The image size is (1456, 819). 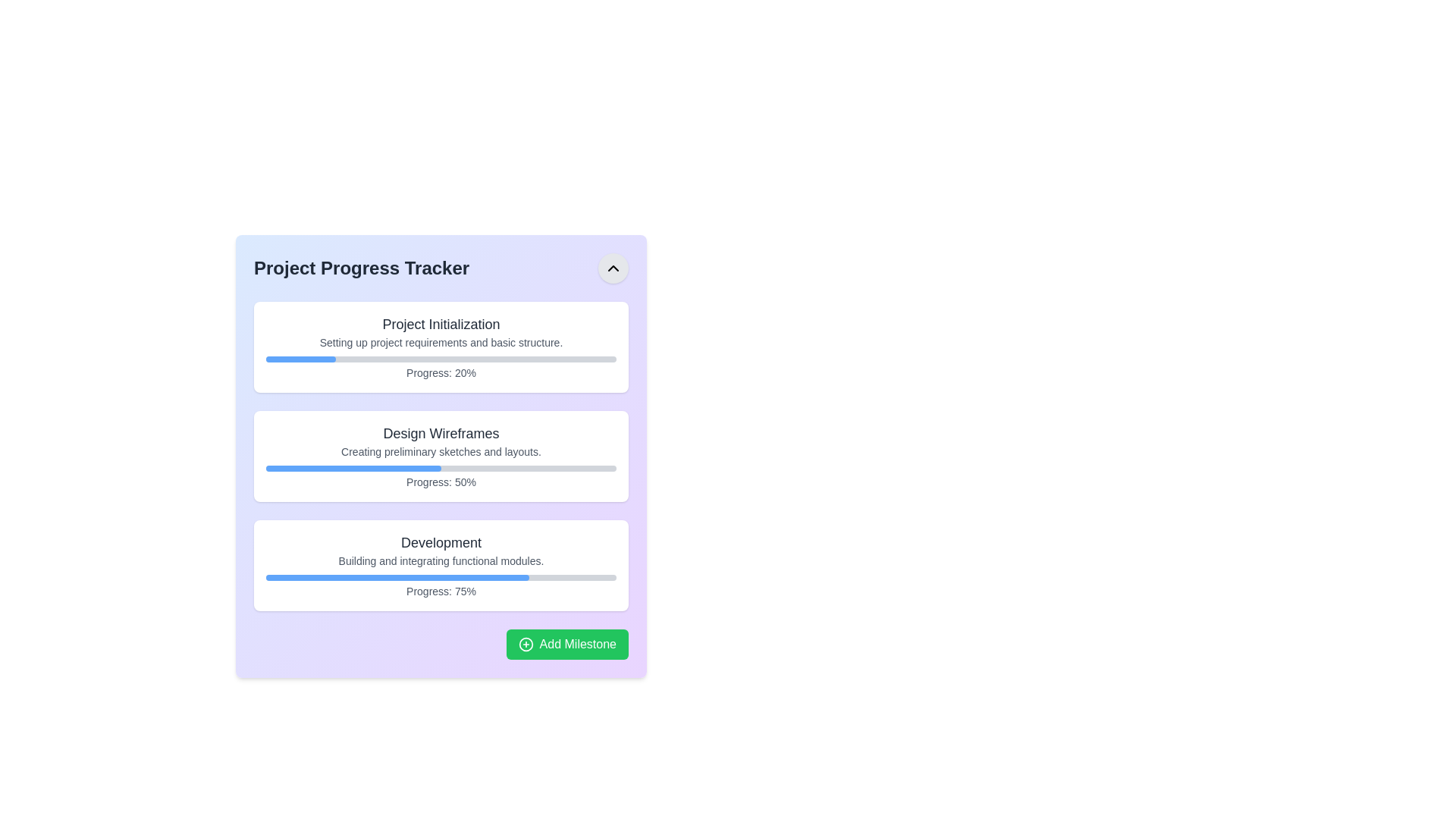 What do you see at coordinates (440, 324) in the screenshot?
I see `title text 'Project Initialization' displayed in bold dark gray font at the top of the milestone box` at bounding box center [440, 324].